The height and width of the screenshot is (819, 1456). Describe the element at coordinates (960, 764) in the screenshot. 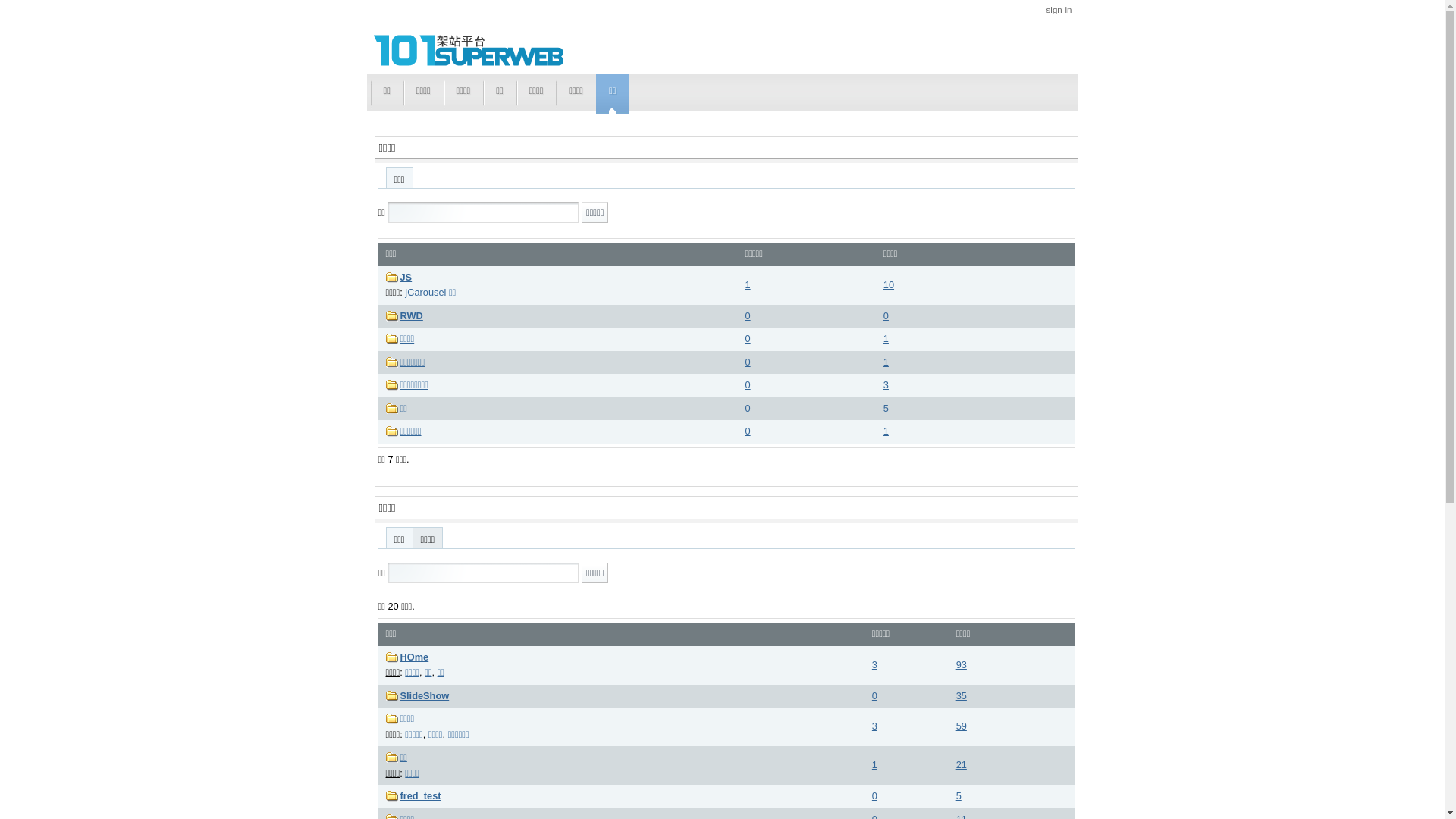

I see `'21'` at that location.